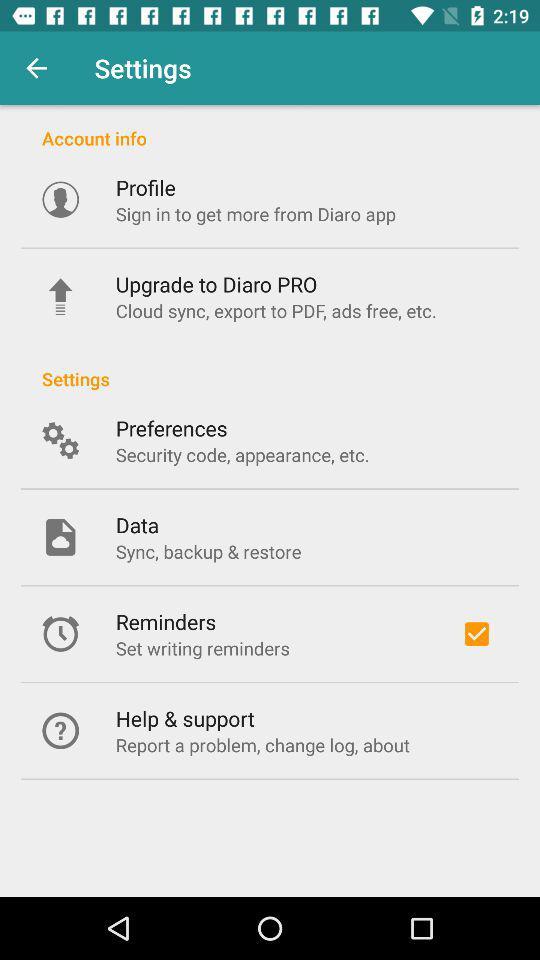 This screenshot has width=540, height=960. Describe the element at coordinates (475, 633) in the screenshot. I see `icon to the right of set writing reminders icon` at that location.